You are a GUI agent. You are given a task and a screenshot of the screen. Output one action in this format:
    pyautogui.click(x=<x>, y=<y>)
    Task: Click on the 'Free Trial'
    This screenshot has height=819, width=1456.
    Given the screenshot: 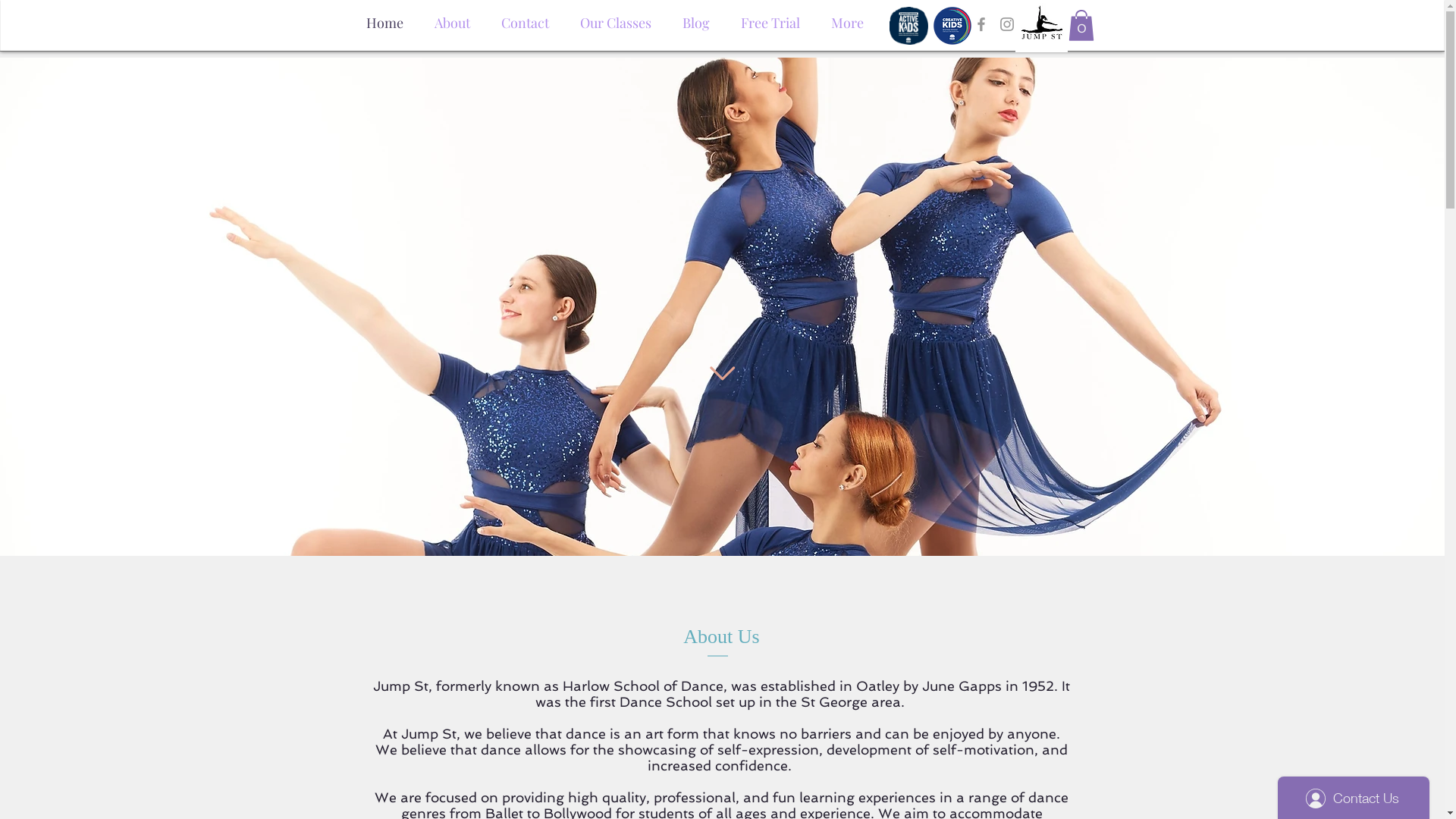 What is the action you would take?
    pyautogui.click(x=770, y=18)
    